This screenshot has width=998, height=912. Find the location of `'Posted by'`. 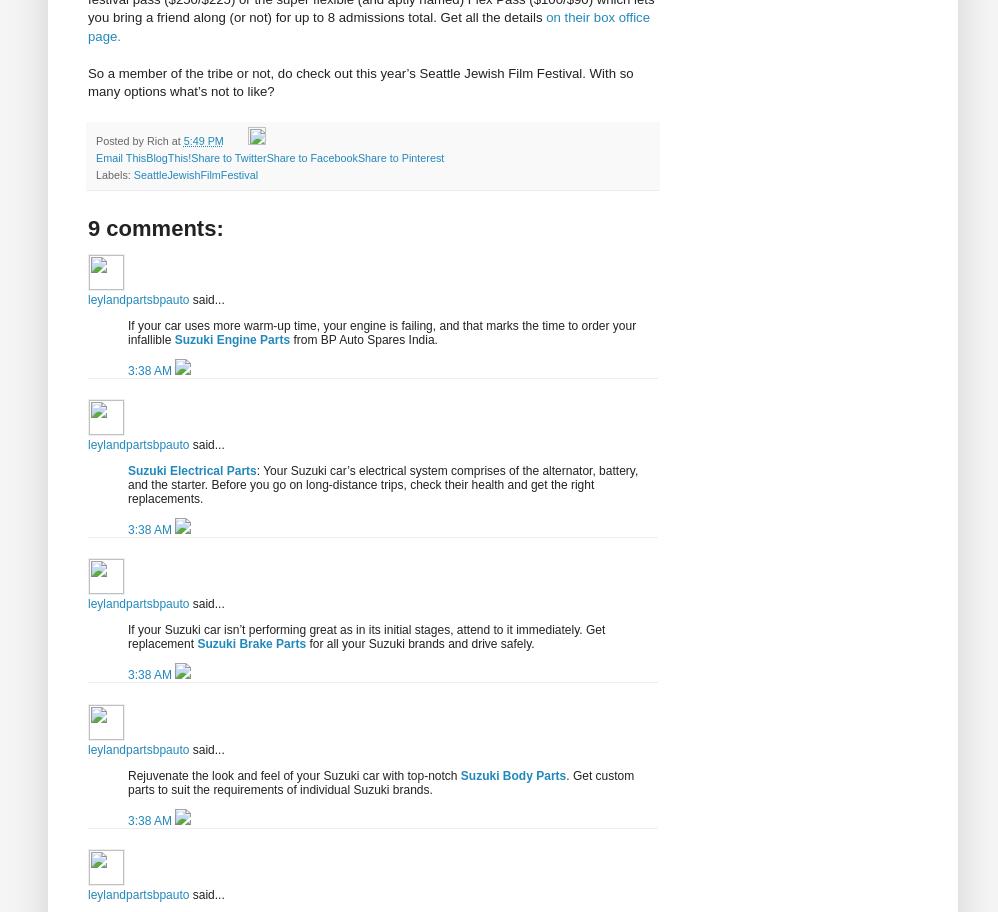

'Posted by' is located at coordinates (121, 138).